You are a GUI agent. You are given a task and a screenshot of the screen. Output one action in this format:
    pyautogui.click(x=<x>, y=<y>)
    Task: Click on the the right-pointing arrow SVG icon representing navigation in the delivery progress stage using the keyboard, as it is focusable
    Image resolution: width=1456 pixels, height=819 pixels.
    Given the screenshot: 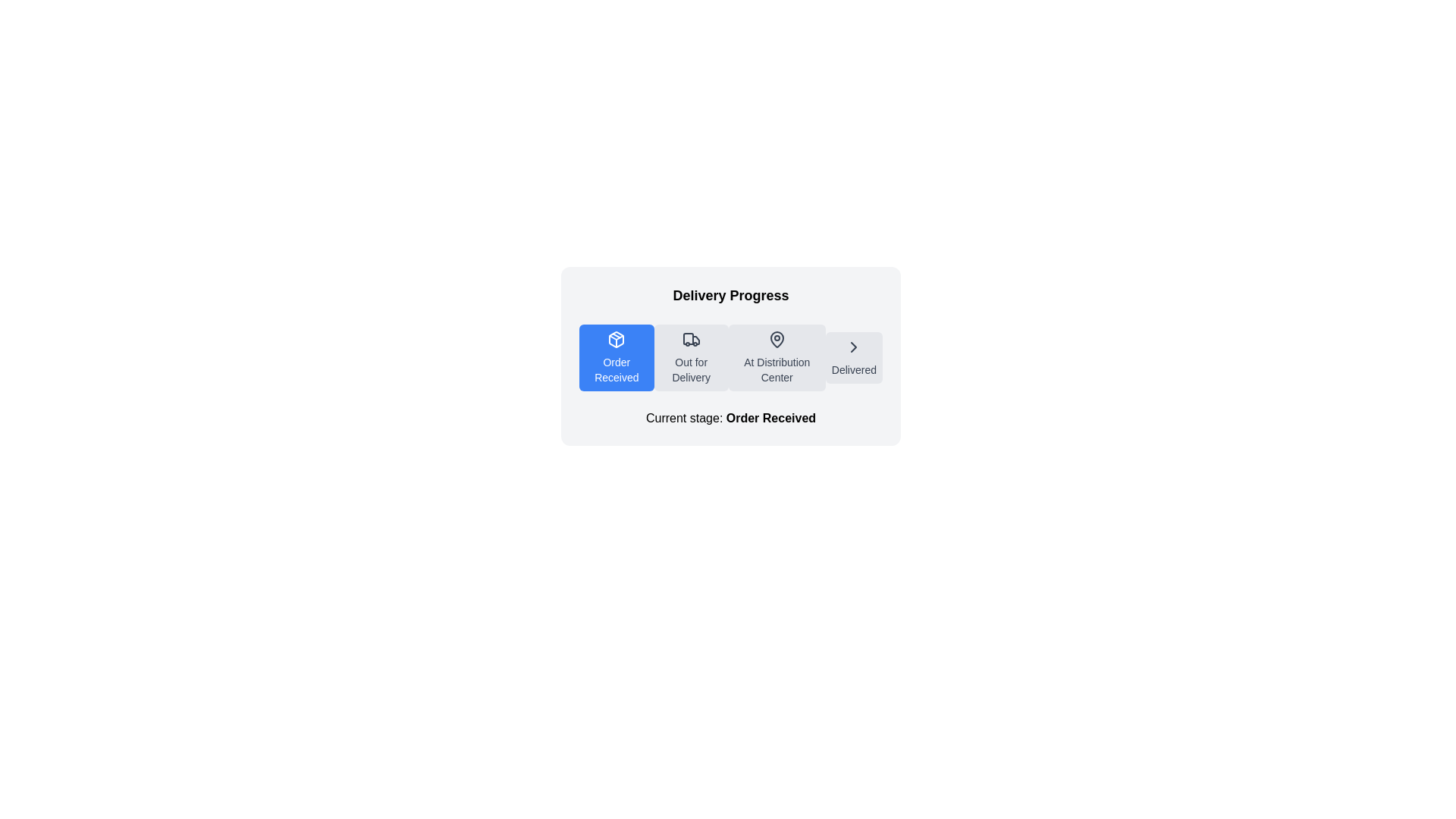 What is the action you would take?
    pyautogui.click(x=854, y=347)
    